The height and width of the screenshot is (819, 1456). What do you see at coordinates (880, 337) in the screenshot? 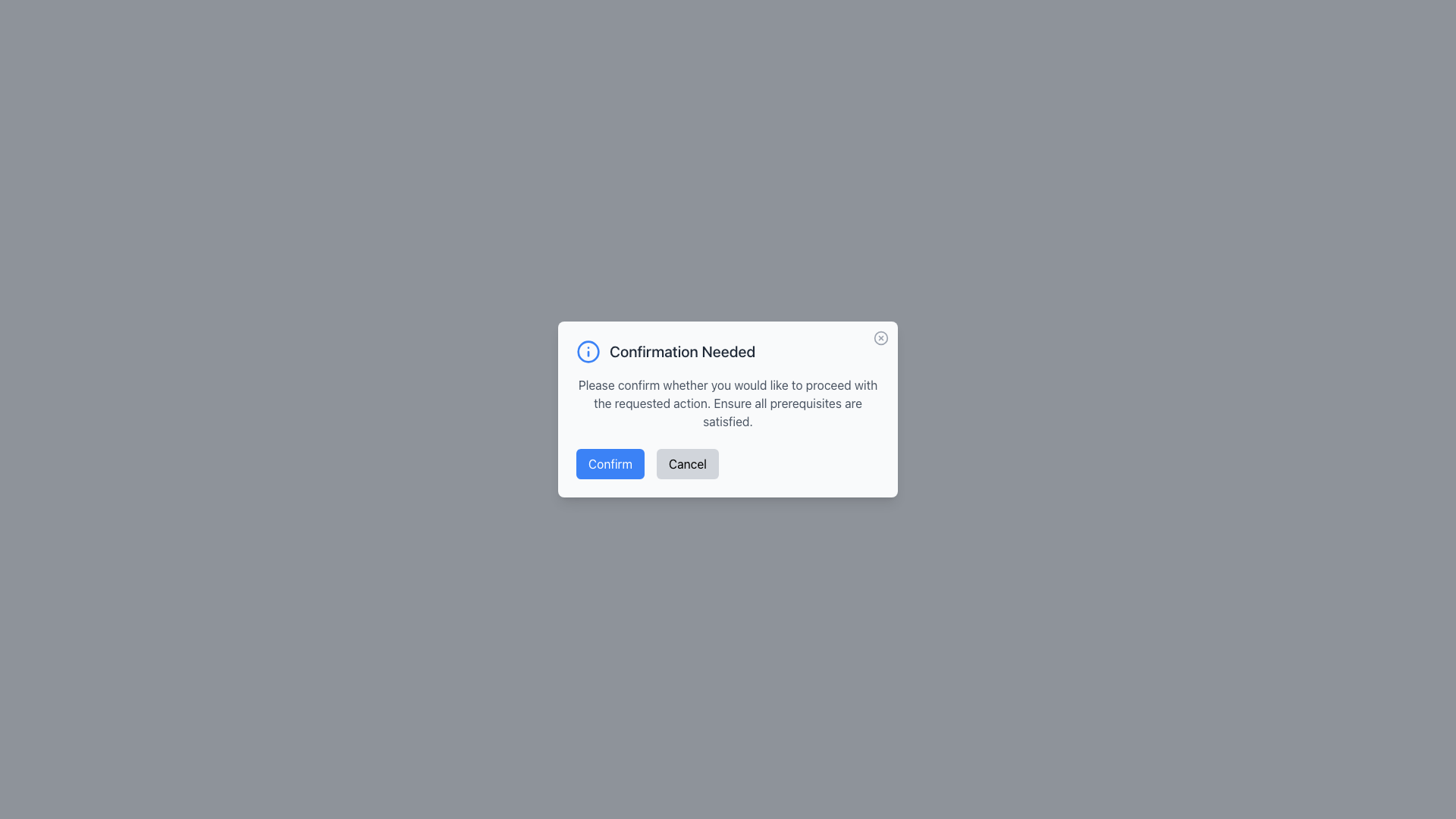
I see `the circular component of the close button located in the top-right corner of the modal dialog box` at bounding box center [880, 337].